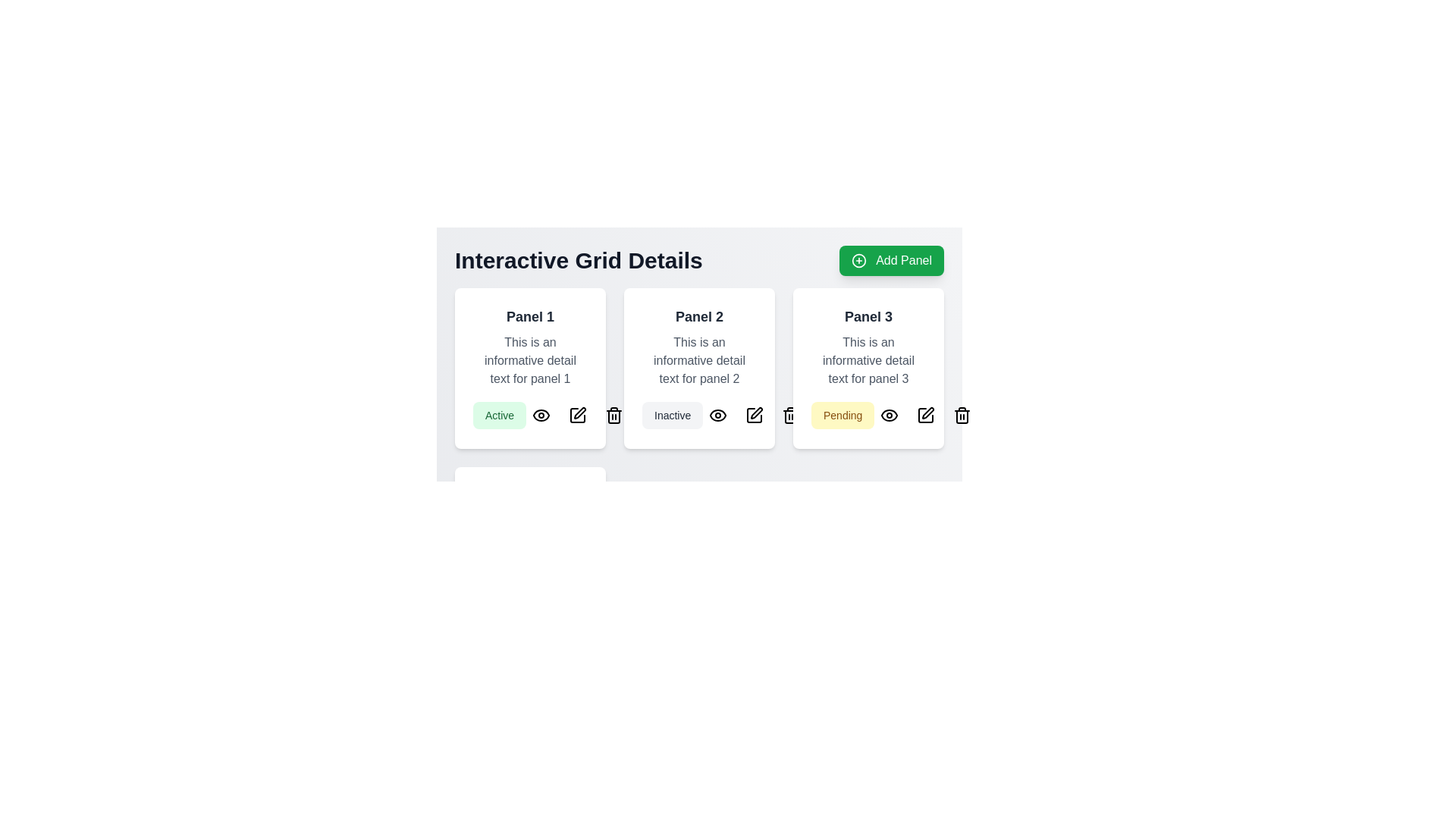 This screenshot has height=819, width=1456. I want to click on the eye-shaped icon representing visibility, located between the 'Pending' label and a pencil icon in Panel 3, so click(890, 415).